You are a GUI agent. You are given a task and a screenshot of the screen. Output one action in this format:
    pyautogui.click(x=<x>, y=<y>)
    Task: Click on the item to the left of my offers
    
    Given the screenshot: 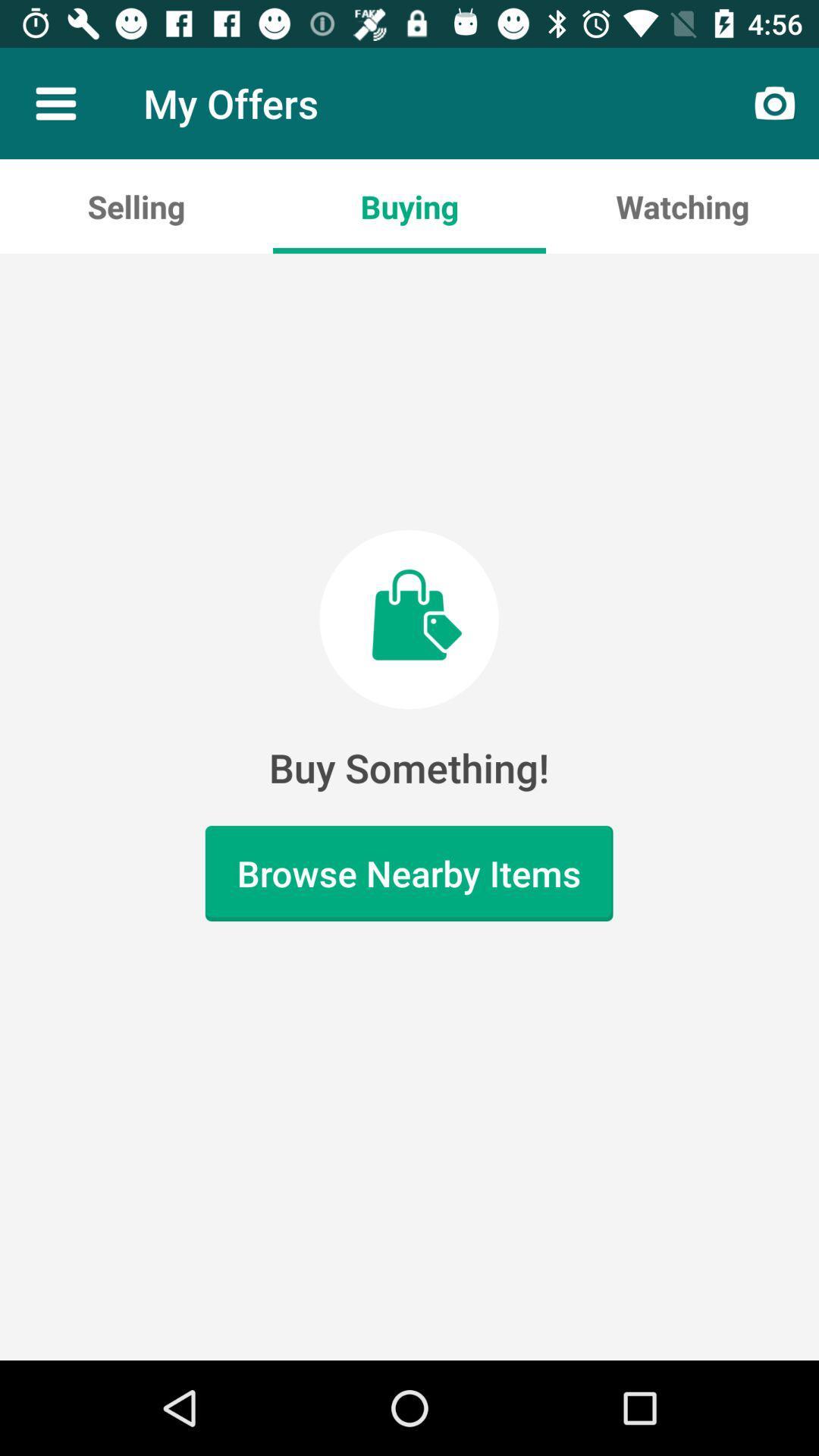 What is the action you would take?
    pyautogui.click(x=55, y=102)
    